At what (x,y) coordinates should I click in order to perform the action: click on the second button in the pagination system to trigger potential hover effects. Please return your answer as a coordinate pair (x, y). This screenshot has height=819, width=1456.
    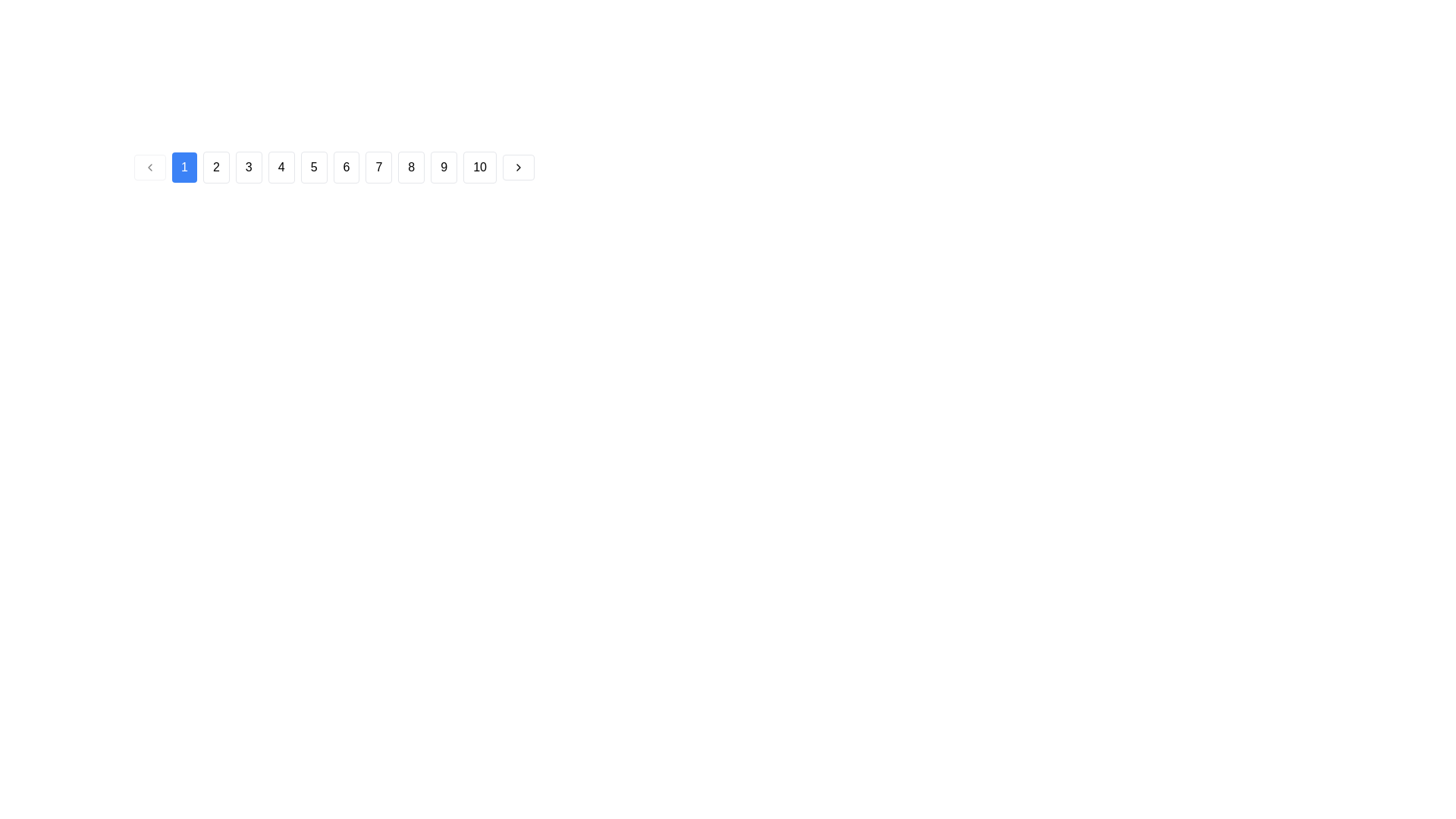
    Looking at the image, I should click on (184, 167).